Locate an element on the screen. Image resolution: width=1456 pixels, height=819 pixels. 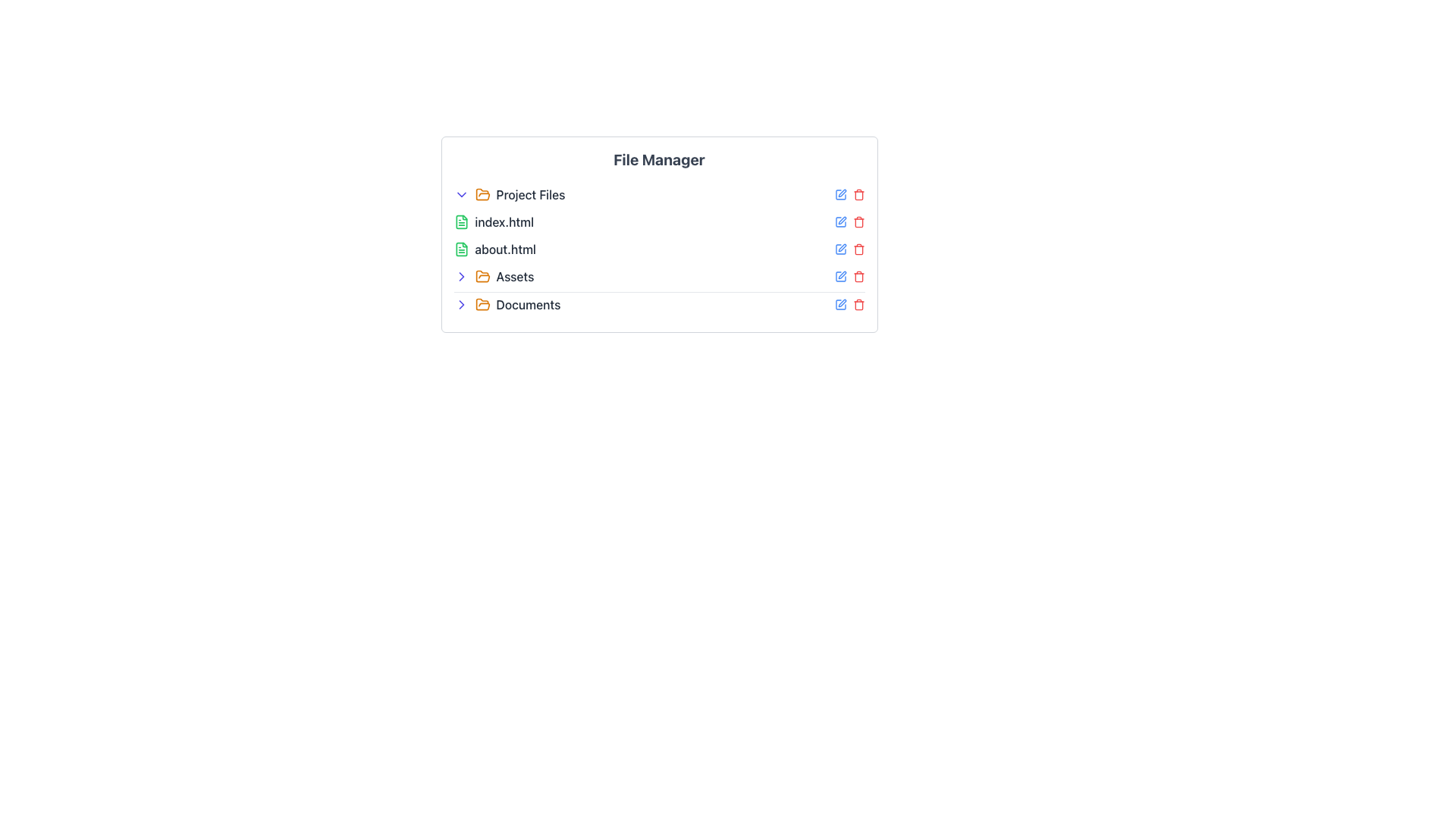
the open folder icon located to the left of the 'Assets' label in the File Manager interface, which is currently selected and accessible, to access related text or buttons nearby is located at coordinates (482, 277).